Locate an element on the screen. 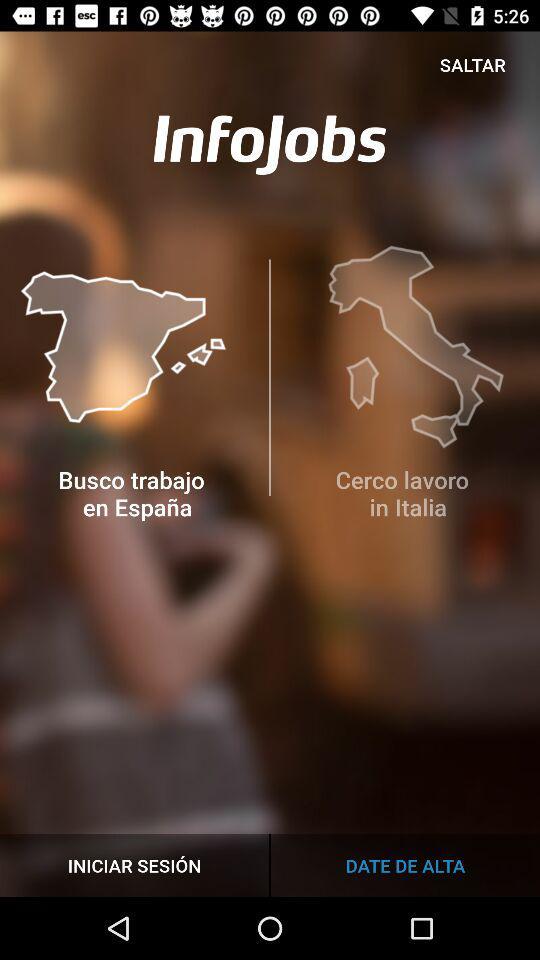 Image resolution: width=540 pixels, height=960 pixels. saltar item is located at coordinates (472, 64).